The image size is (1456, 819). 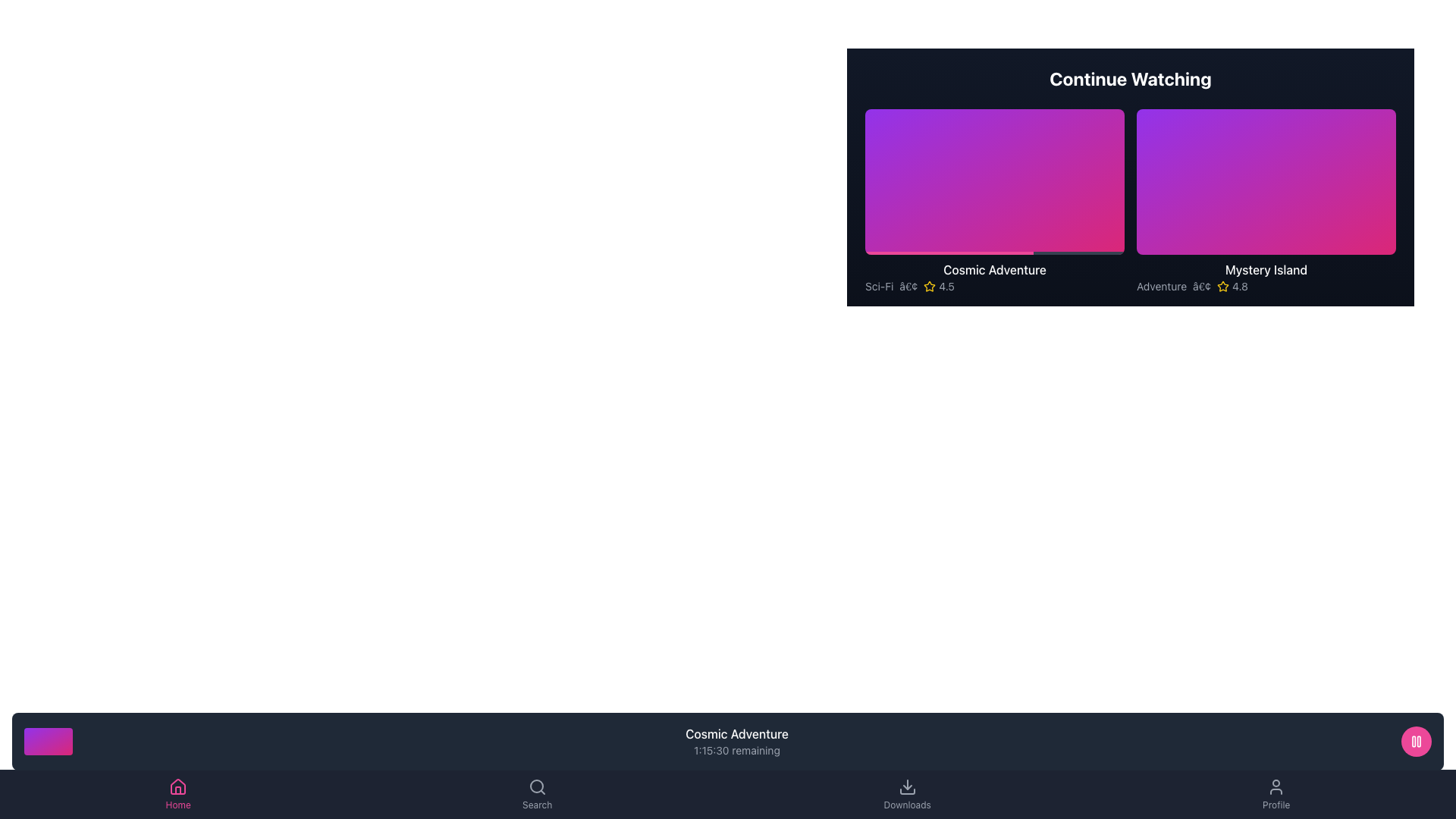 I want to click on title text displayed beneath the gradient rectangular thumbnail of the media item, so click(x=994, y=268).